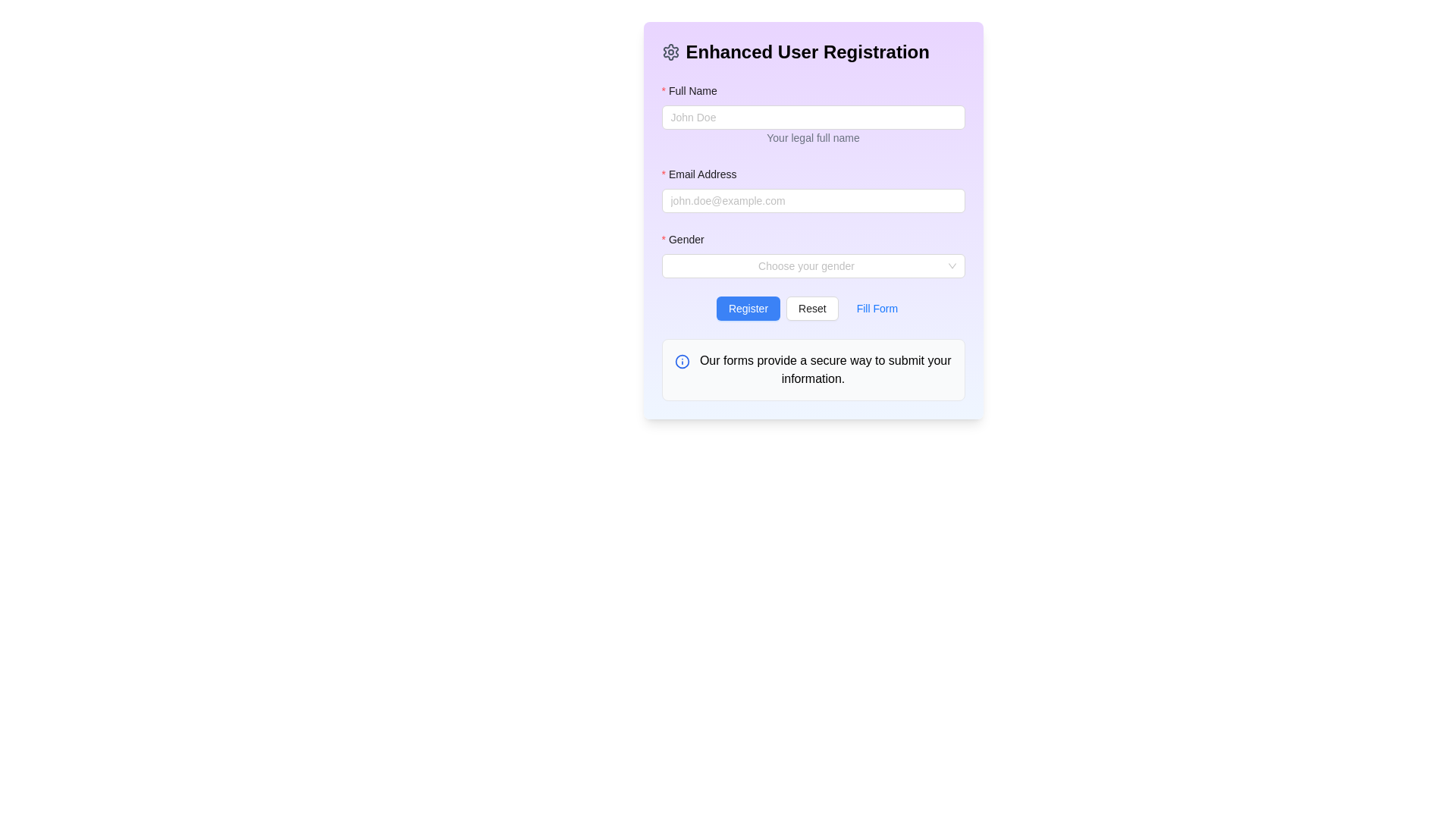  I want to click on the circular blue icon with an information symbol located to the left of the text 'Our forms provide a secure way to submit your information.' at the bottom section of the card, so click(682, 361).